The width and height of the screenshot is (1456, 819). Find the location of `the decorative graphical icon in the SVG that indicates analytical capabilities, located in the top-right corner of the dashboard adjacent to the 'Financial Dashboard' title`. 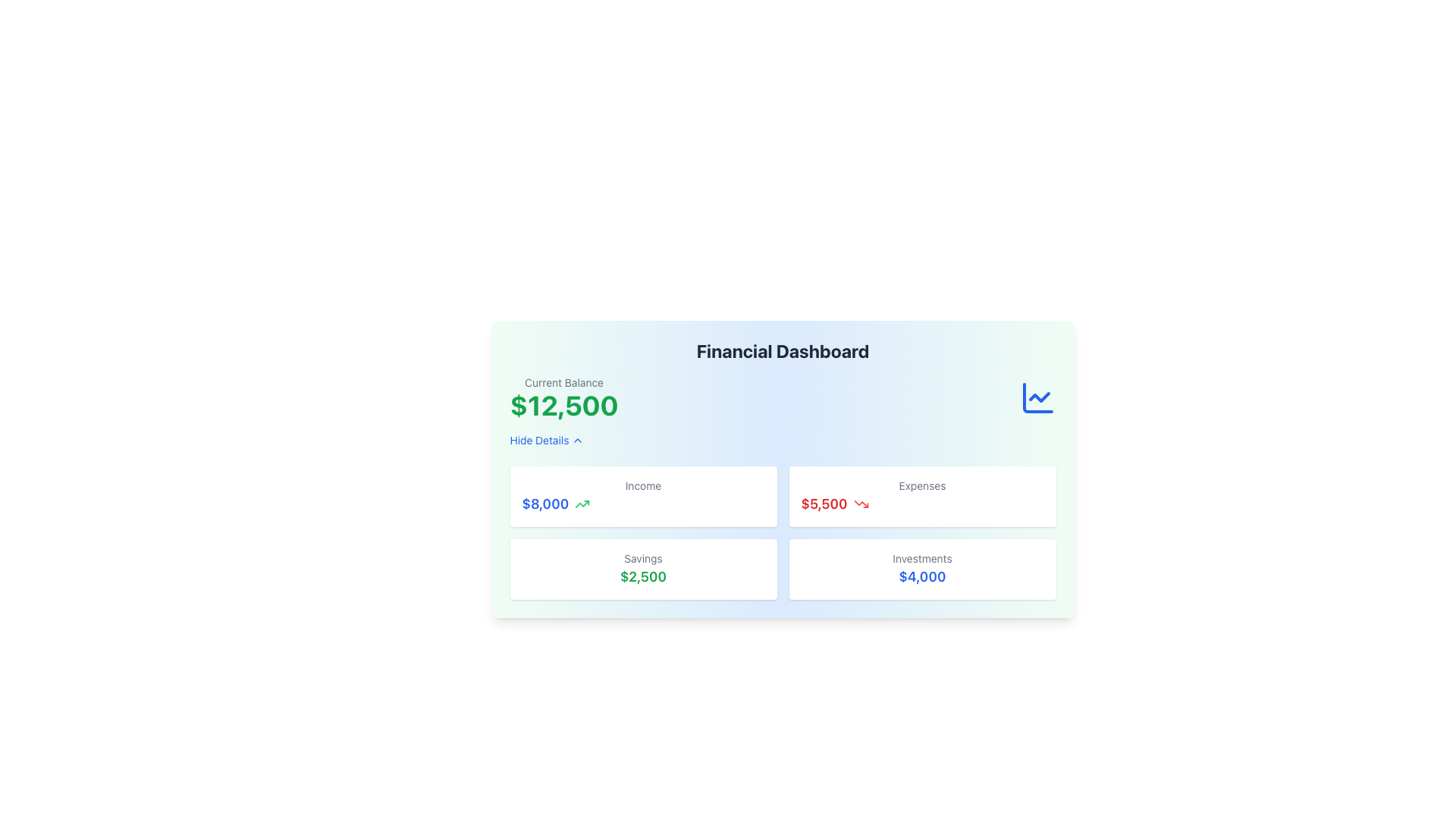

the decorative graphical icon in the SVG that indicates analytical capabilities, located in the top-right corner of the dashboard adjacent to the 'Financial Dashboard' title is located at coordinates (1037, 397).